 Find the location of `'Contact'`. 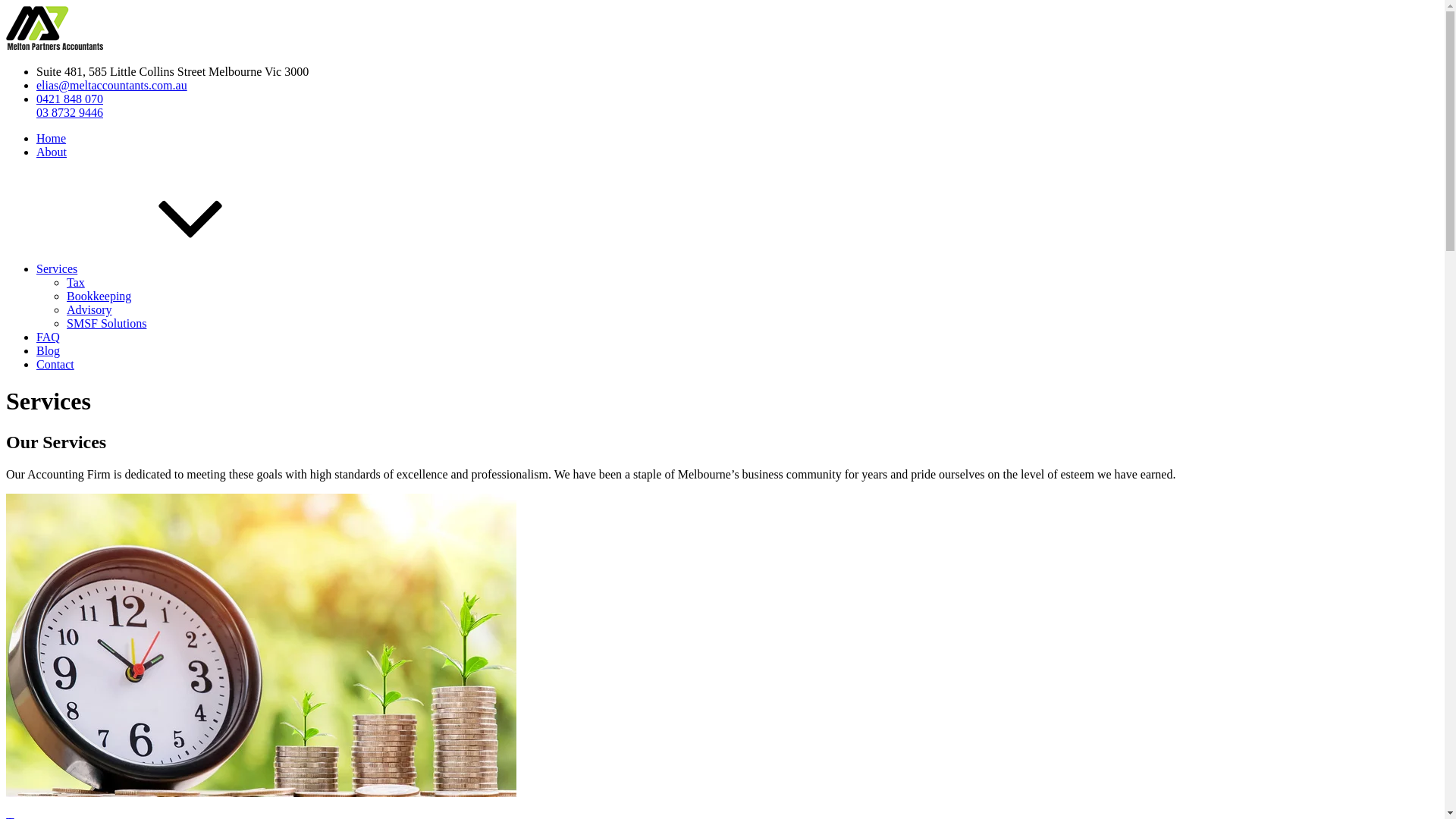

'Contact' is located at coordinates (55, 364).